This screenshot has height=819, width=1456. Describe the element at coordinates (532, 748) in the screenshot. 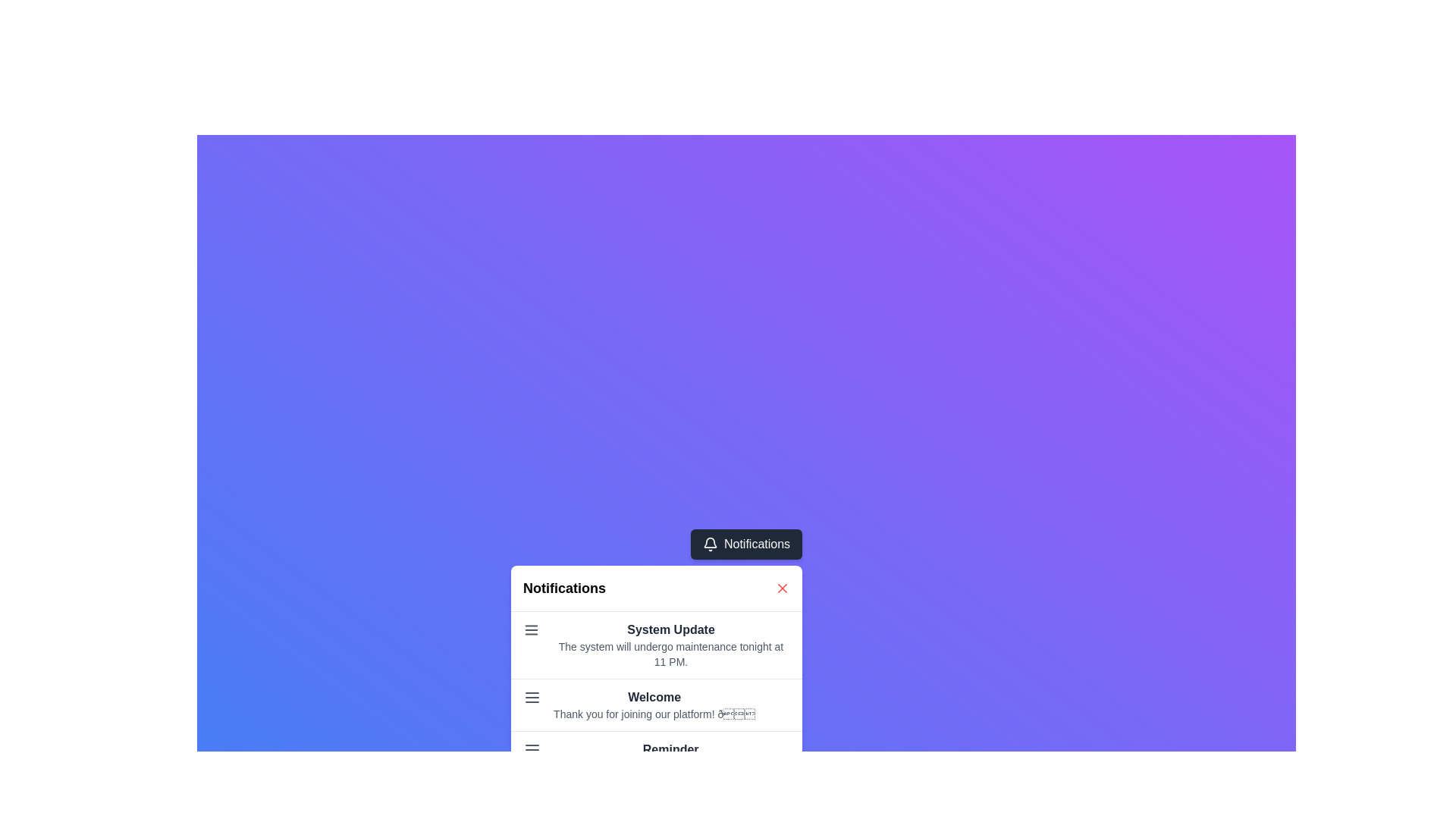

I see `the gray hamburger menu icon, which is located to the left of the 'Reminder' text` at that location.